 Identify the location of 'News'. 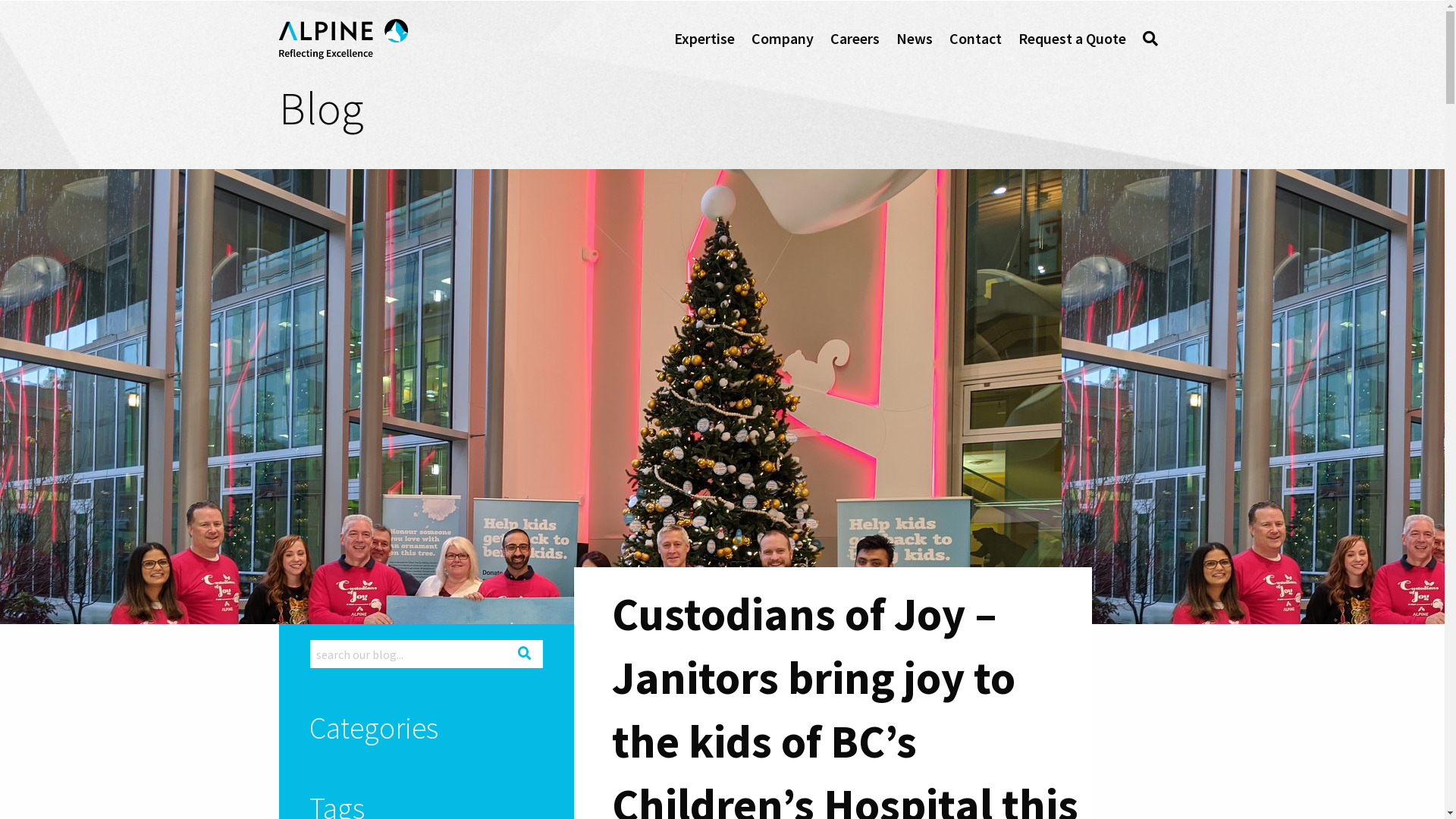
(913, 42).